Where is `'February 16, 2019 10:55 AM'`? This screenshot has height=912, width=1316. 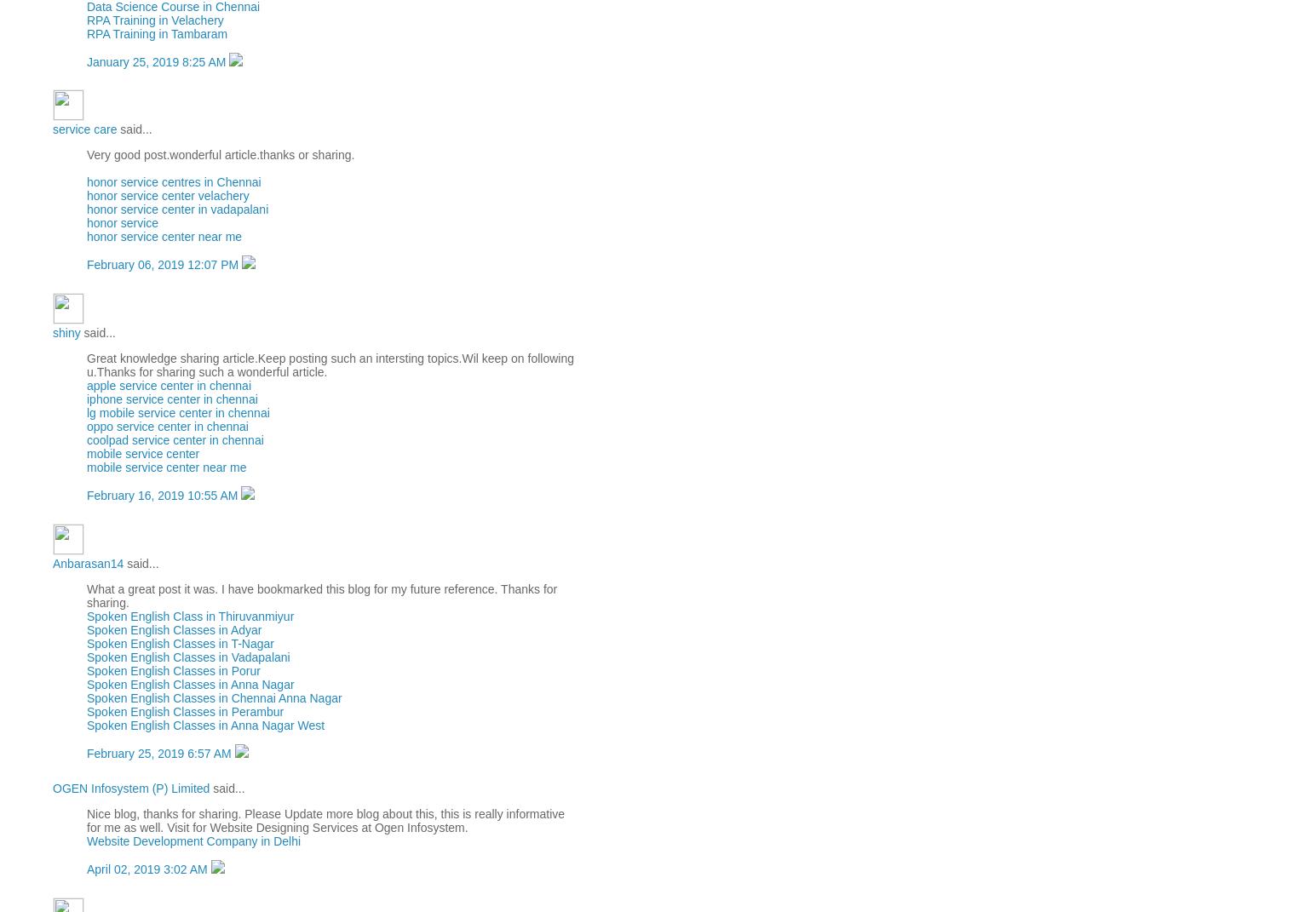 'February 16, 2019 10:55 AM' is located at coordinates (164, 495).